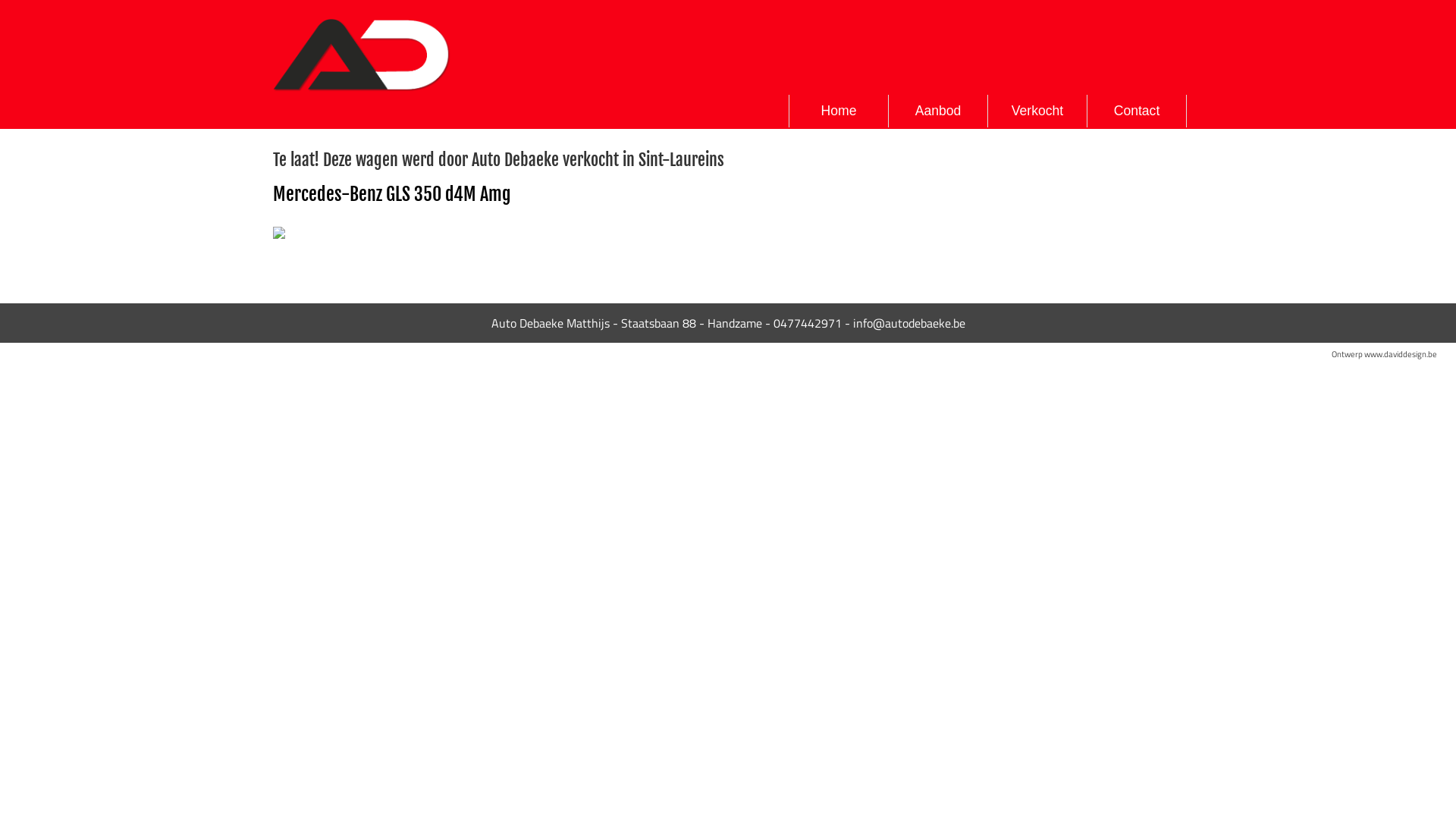 This screenshot has height=819, width=1456. What do you see at coordinates (987, 110) in the screenshot?
I see `'Verkocht'` at bounding box center [987, 110].